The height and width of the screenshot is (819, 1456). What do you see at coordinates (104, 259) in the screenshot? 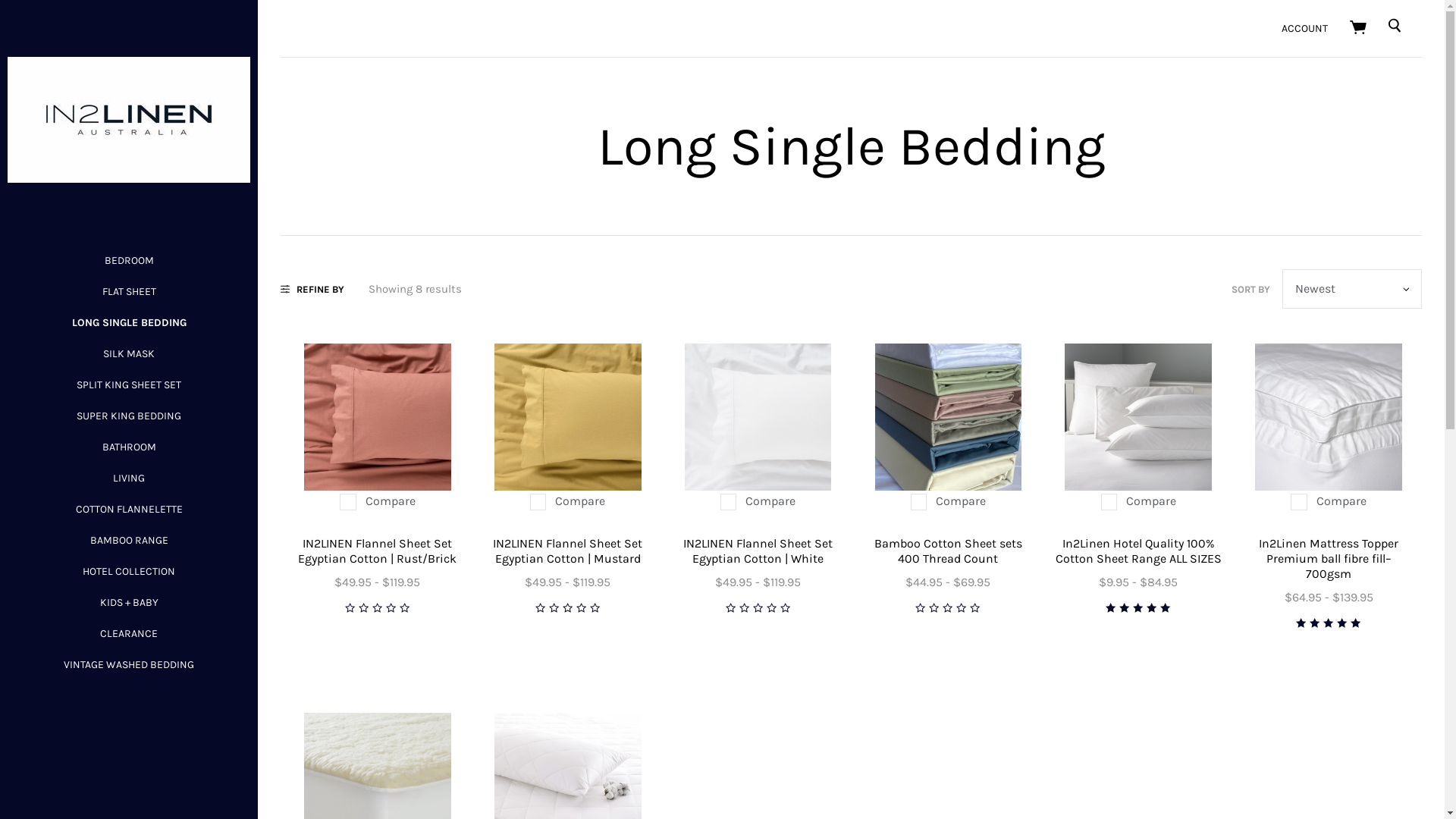
I see `'BEDROOM'` at bounding box center [104, 259].